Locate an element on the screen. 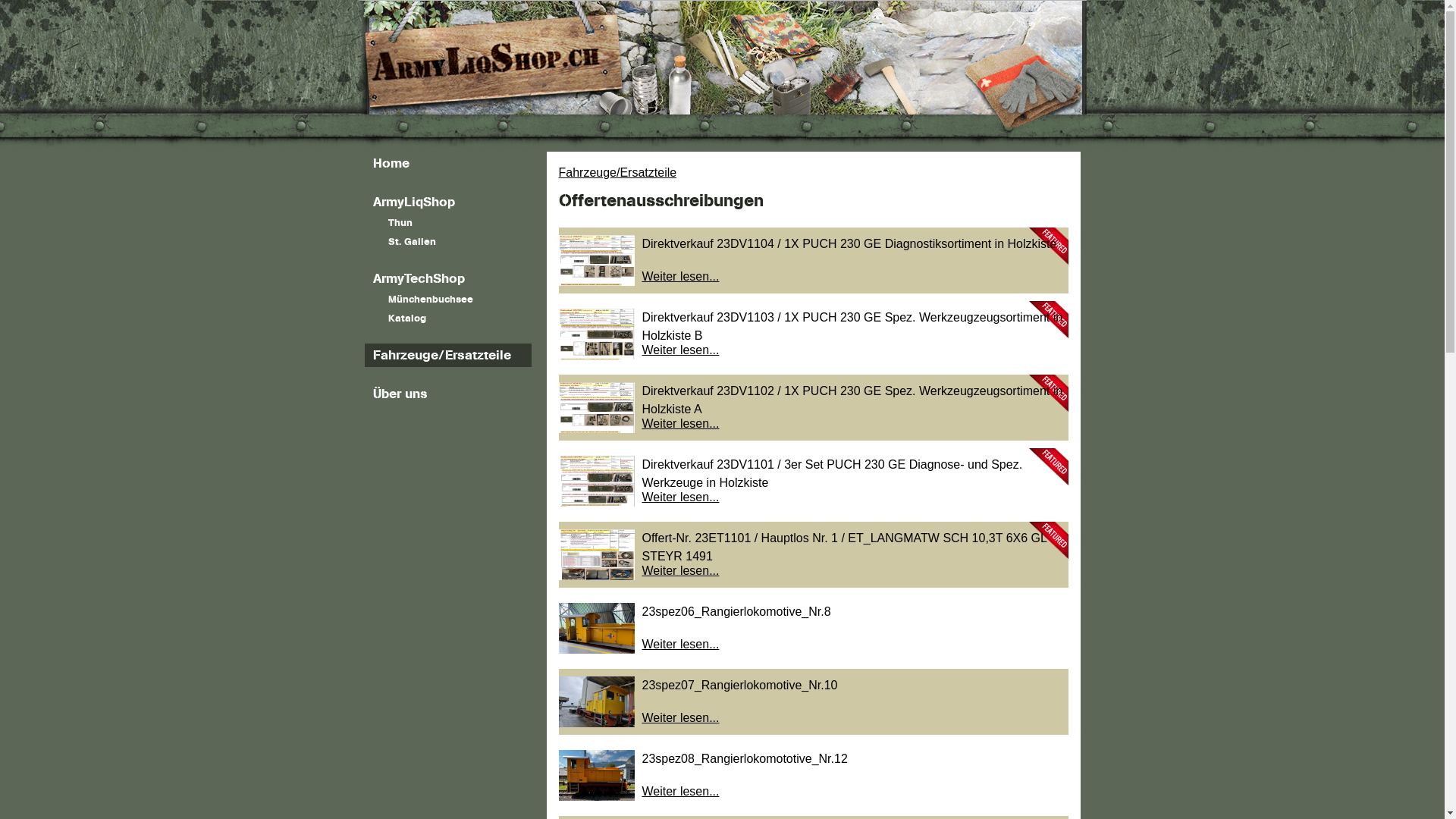 Image resolution: width=1456 pixels, height=819 pixels. 'Thun' is located at coordinates (447, 223).